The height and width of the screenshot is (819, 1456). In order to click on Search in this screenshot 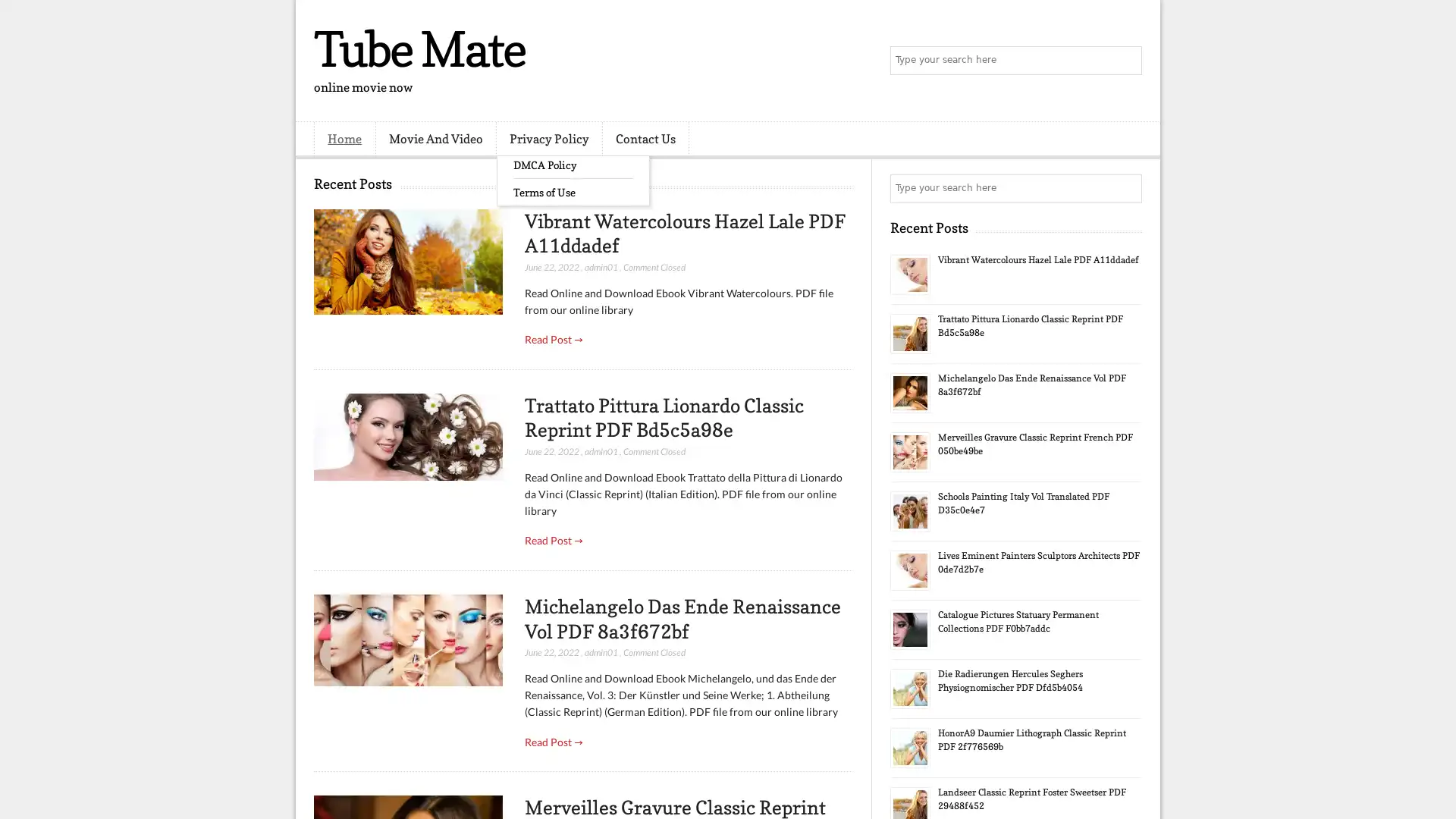, I will do `click(1126, 188)`.